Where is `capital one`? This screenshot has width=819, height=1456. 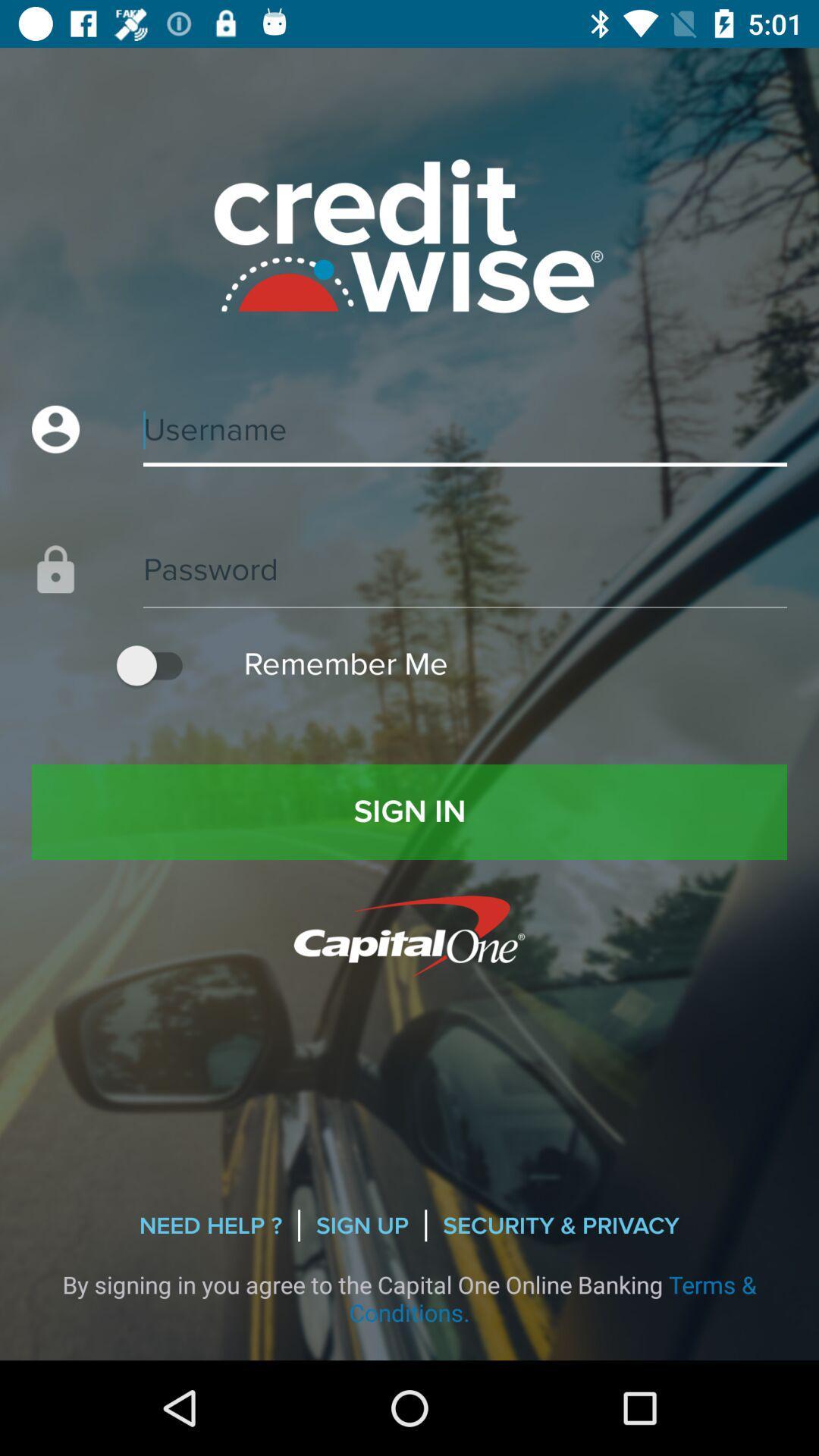
capital one is located at coordinates (409, 935).